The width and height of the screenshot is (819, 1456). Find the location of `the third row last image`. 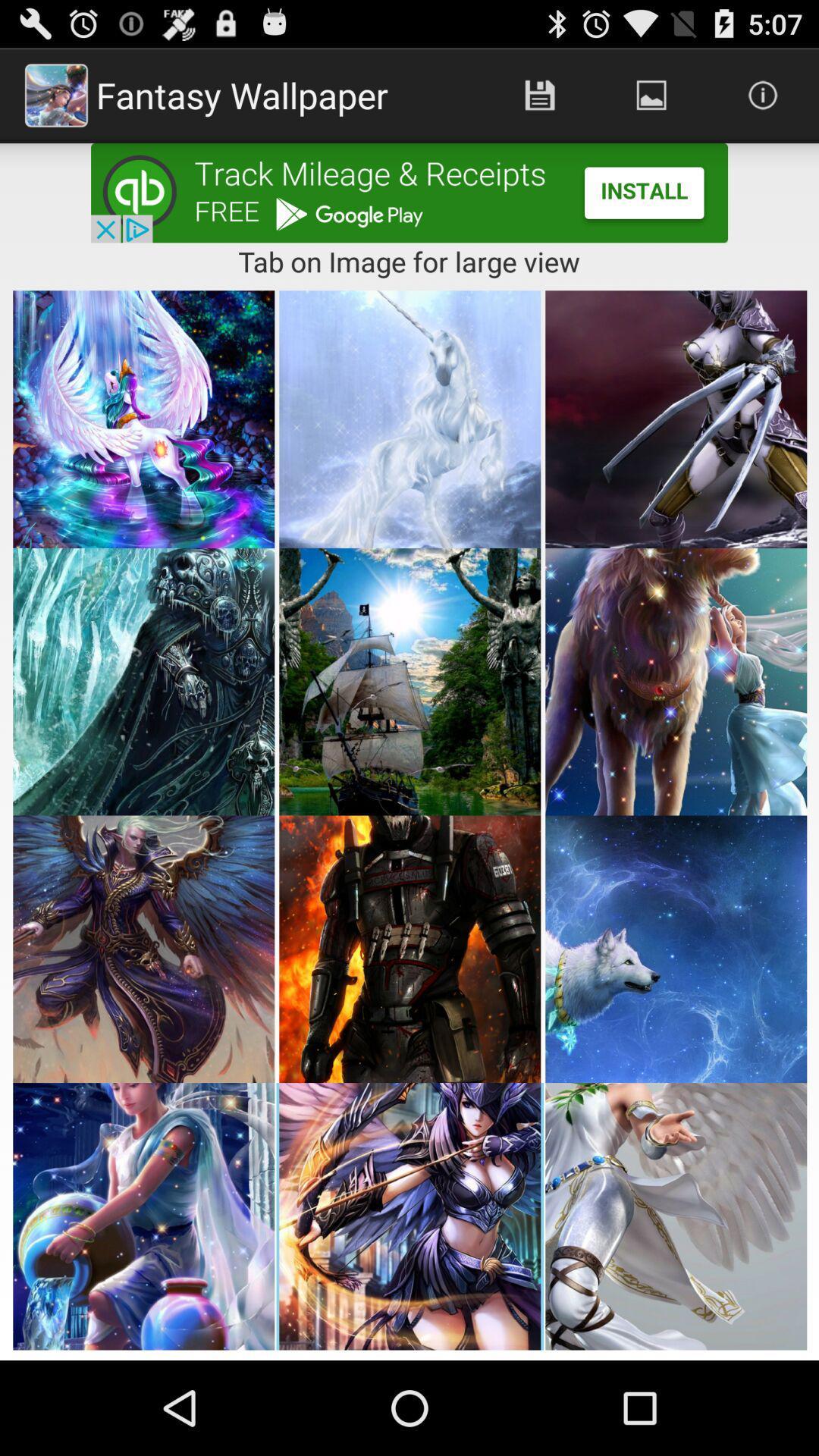

the third row last image is located at coordinates (675, 949).